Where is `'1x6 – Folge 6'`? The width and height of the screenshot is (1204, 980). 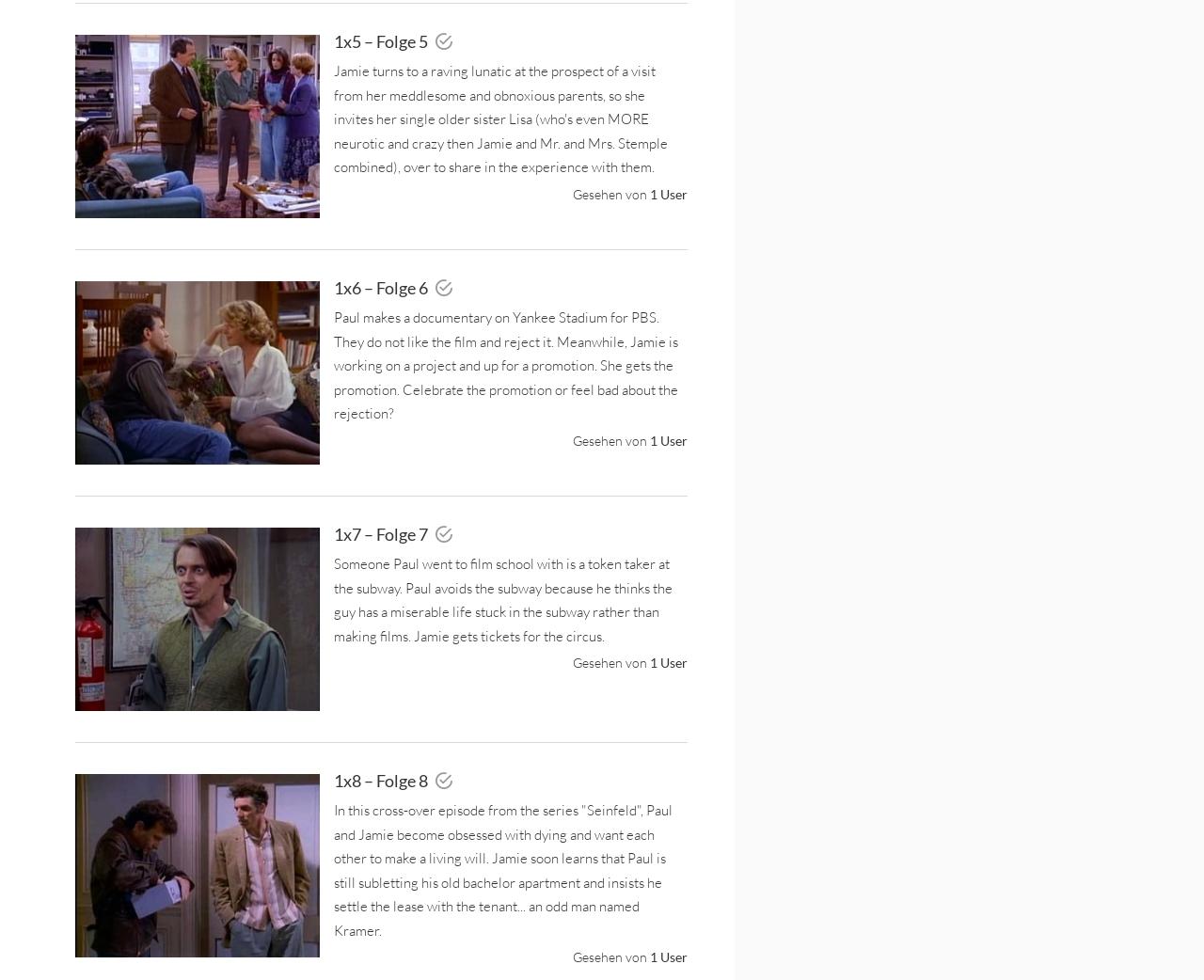 '1x6 – Folge 6' is located at coordinates (381, 288).